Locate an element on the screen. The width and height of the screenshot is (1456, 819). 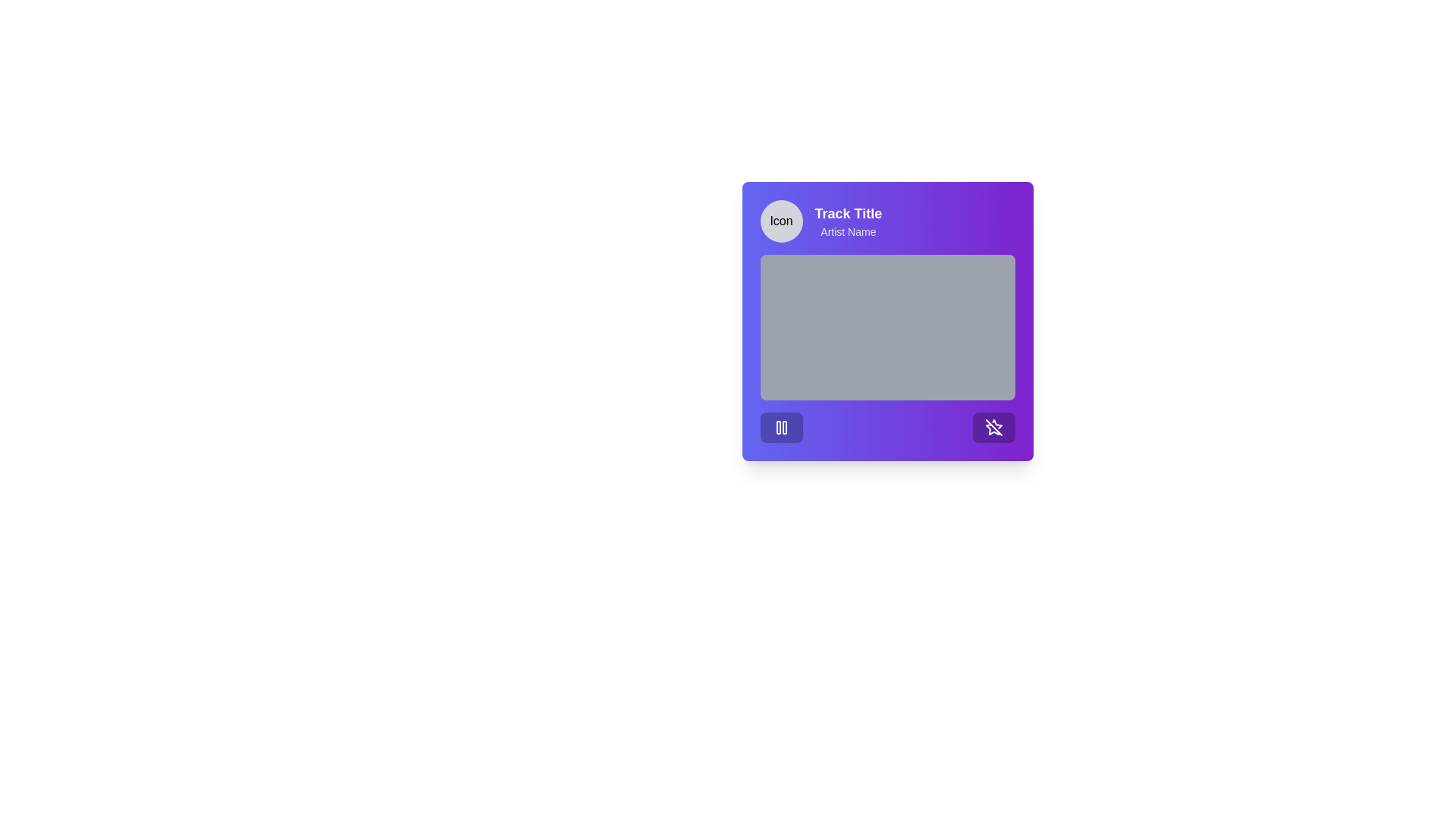
the Text block that displays 'Track Title' in bold and larger font, and 'Artist Name' in smaller gray font, located to the right of the 'Icon' in the top-left corner of the card component is located at coordinates (847, 221).